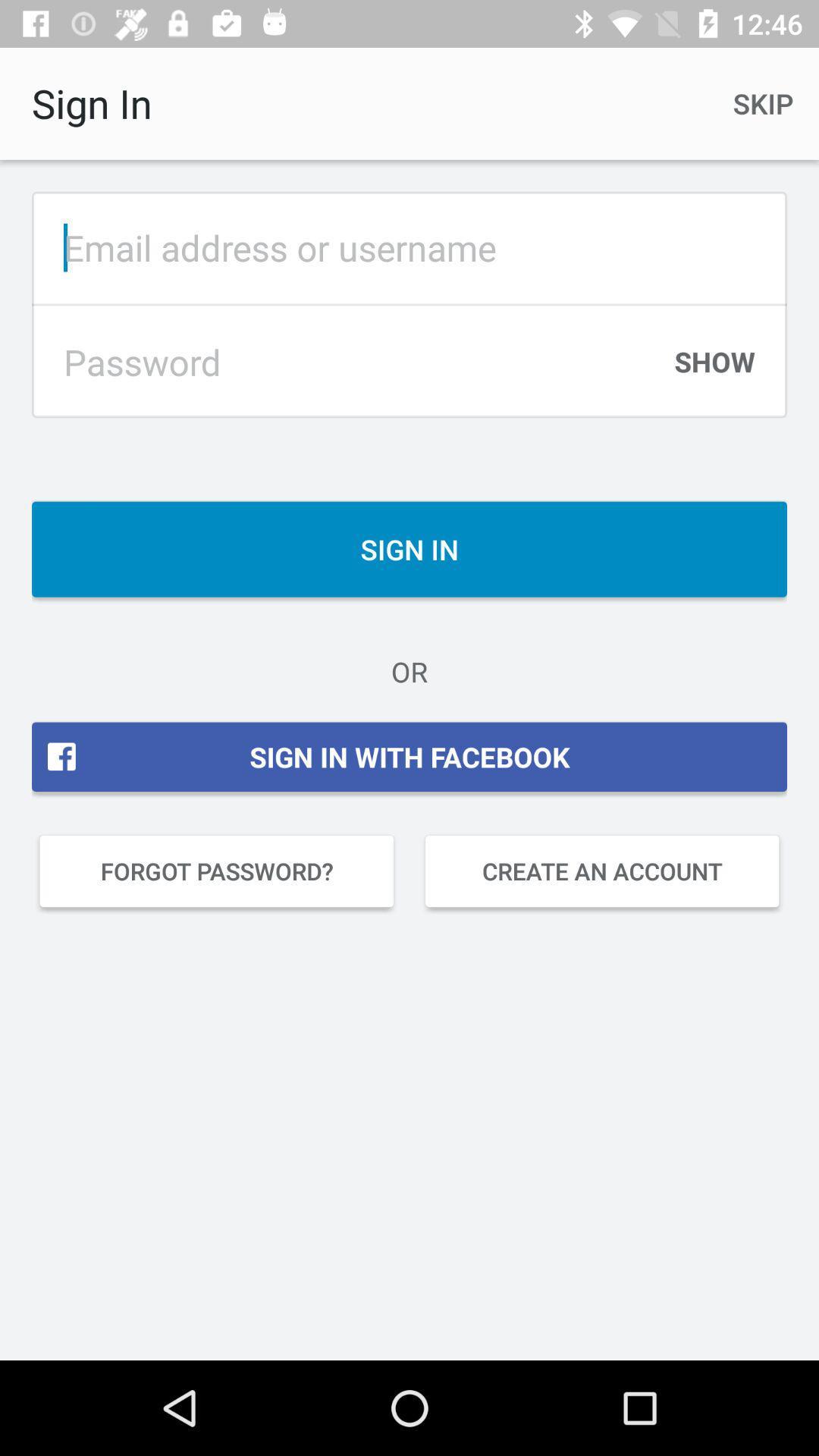 This screenshot has width=819, height=1456. I want to click on icon next to the create an account, so click(216, 871).